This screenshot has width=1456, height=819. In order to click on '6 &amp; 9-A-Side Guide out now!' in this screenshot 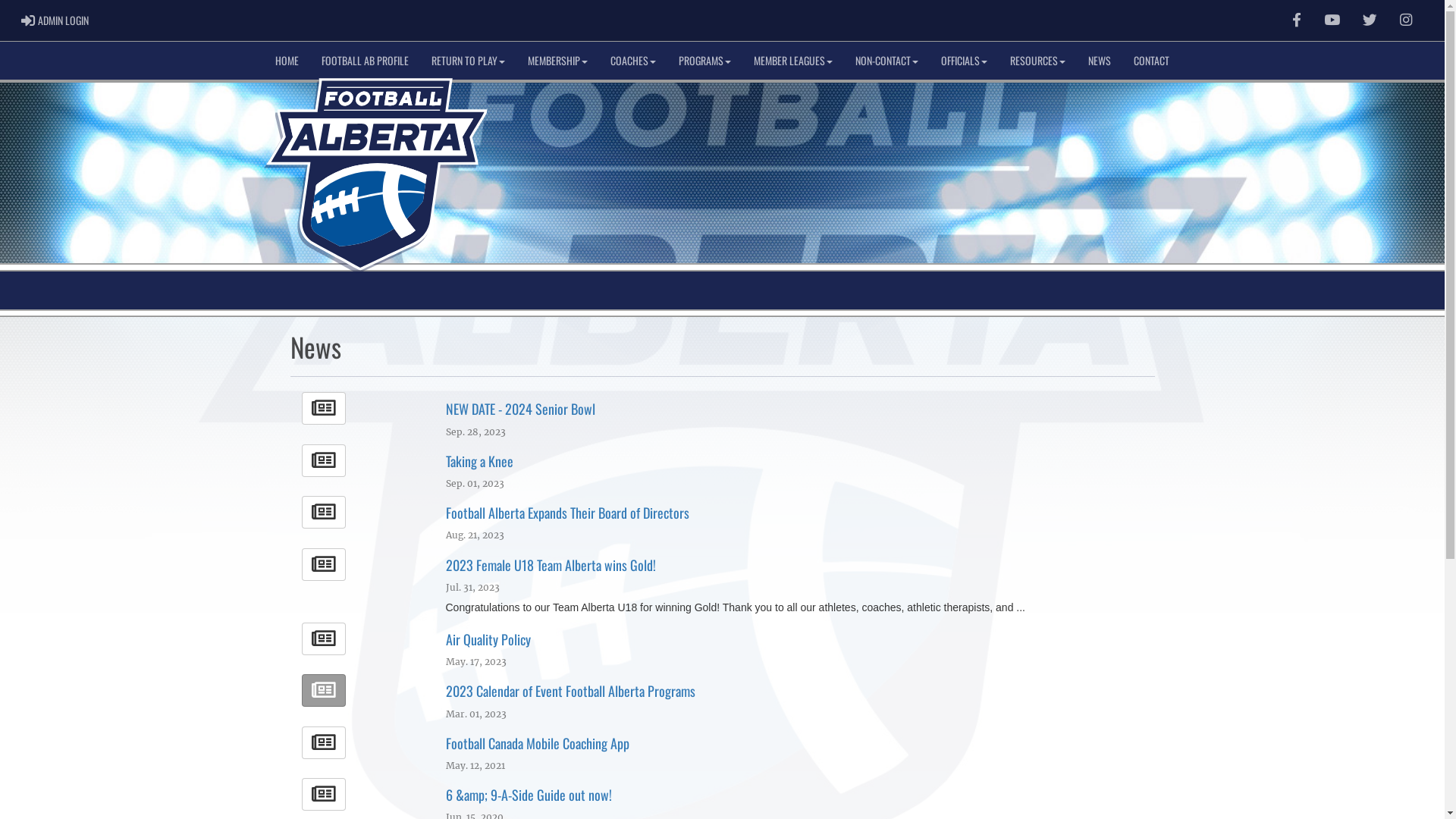, I will do `click(529, 794)`.